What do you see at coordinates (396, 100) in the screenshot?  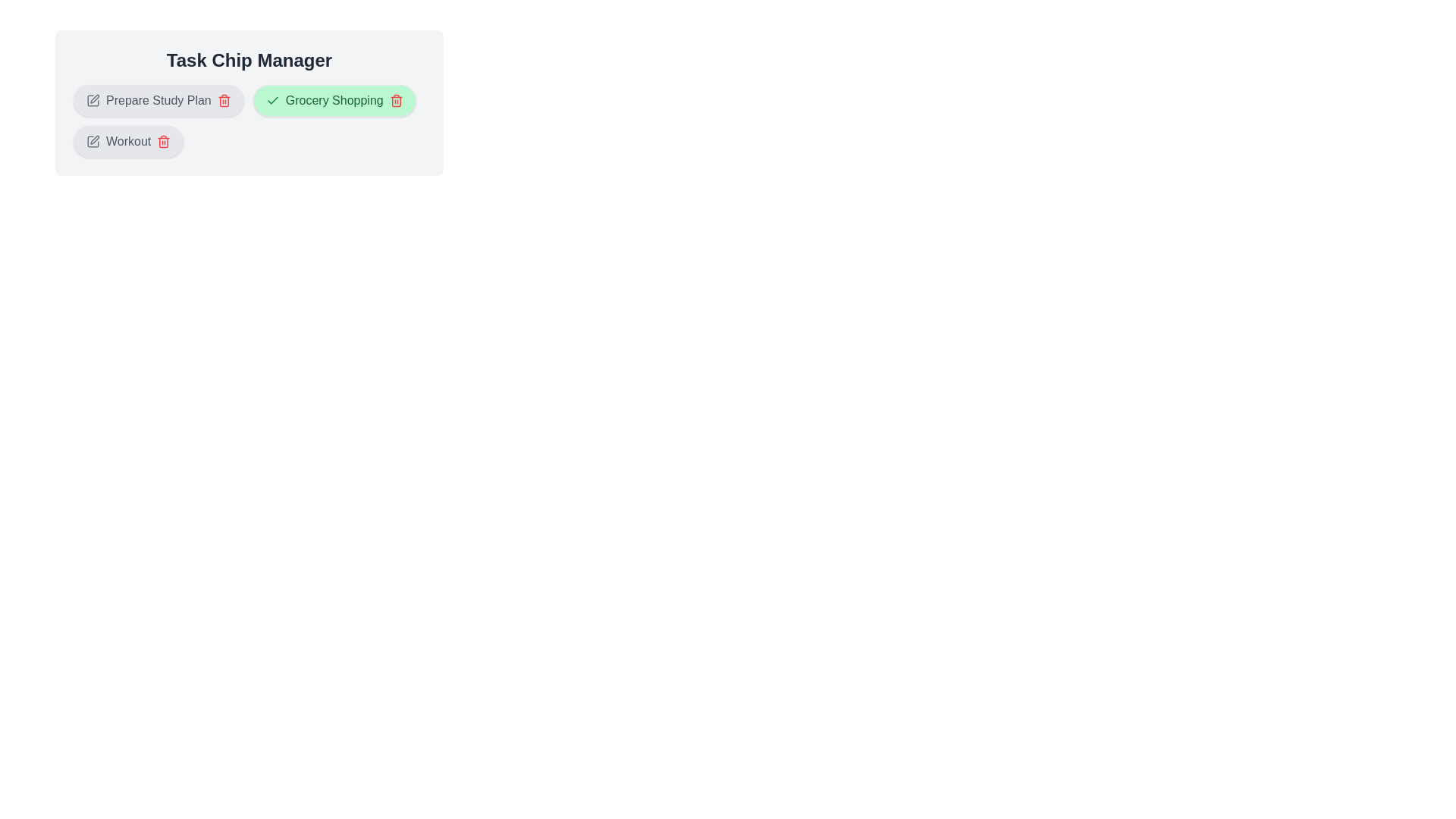 I see `the delete icon button located to the right of the 'Grocery Shopping' task chip` at bounding box center [396, 100].